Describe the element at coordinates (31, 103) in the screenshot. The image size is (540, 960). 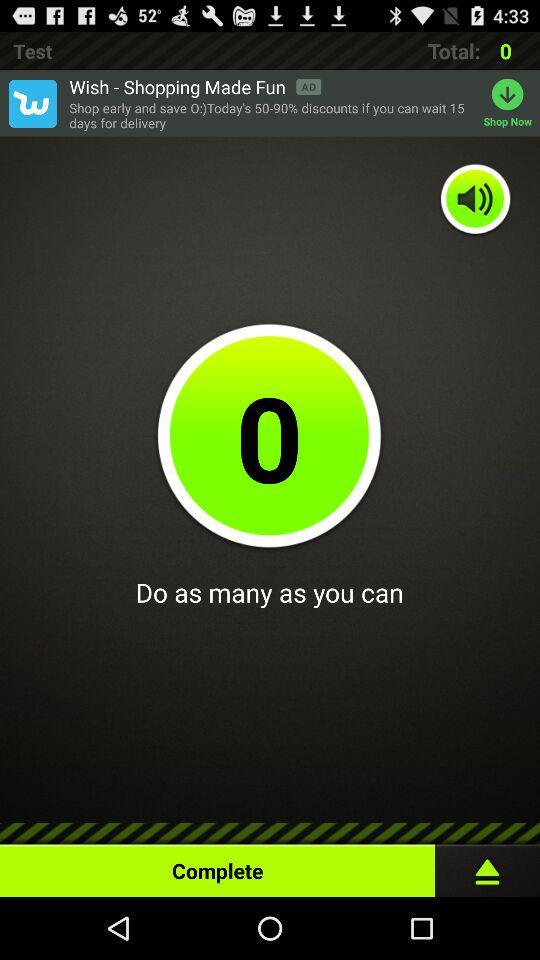
I see `advertisement for wish app` at that location.